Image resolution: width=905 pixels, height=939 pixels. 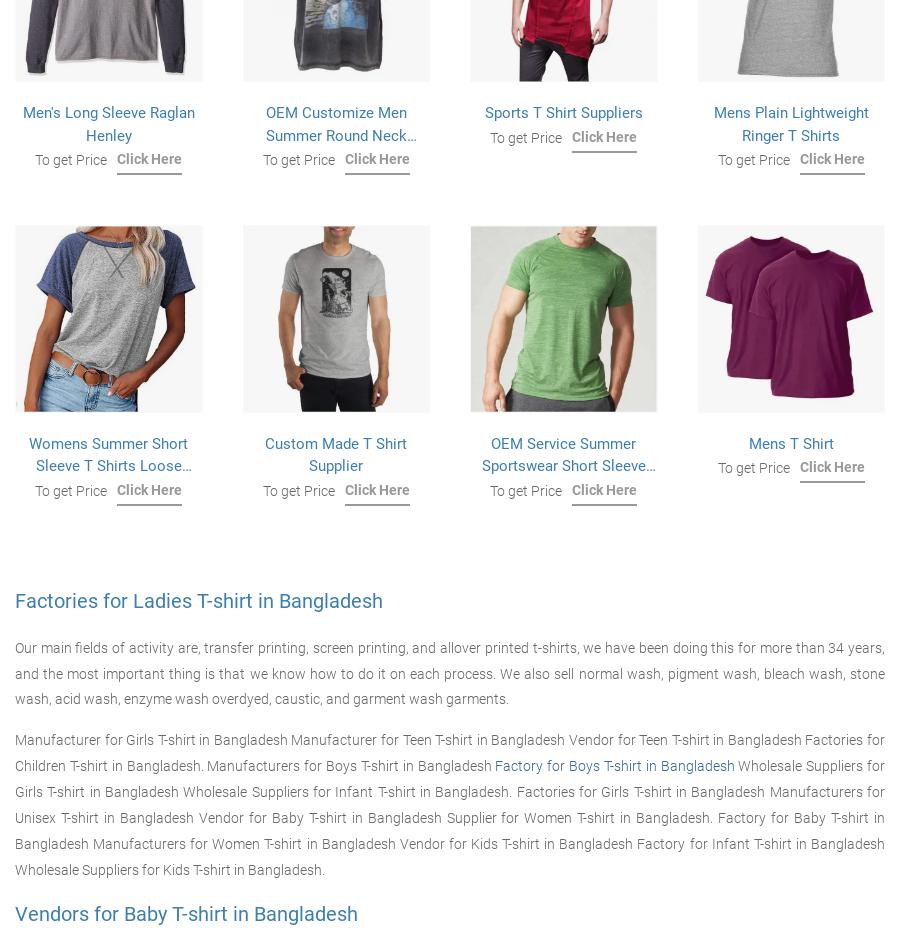 I want to click on 'OEM Customize Men Summer Round Neck Oversized Printing T Shirt Loose Fashion Casual Old Washed Tshirt', so click(x=334, y=158).